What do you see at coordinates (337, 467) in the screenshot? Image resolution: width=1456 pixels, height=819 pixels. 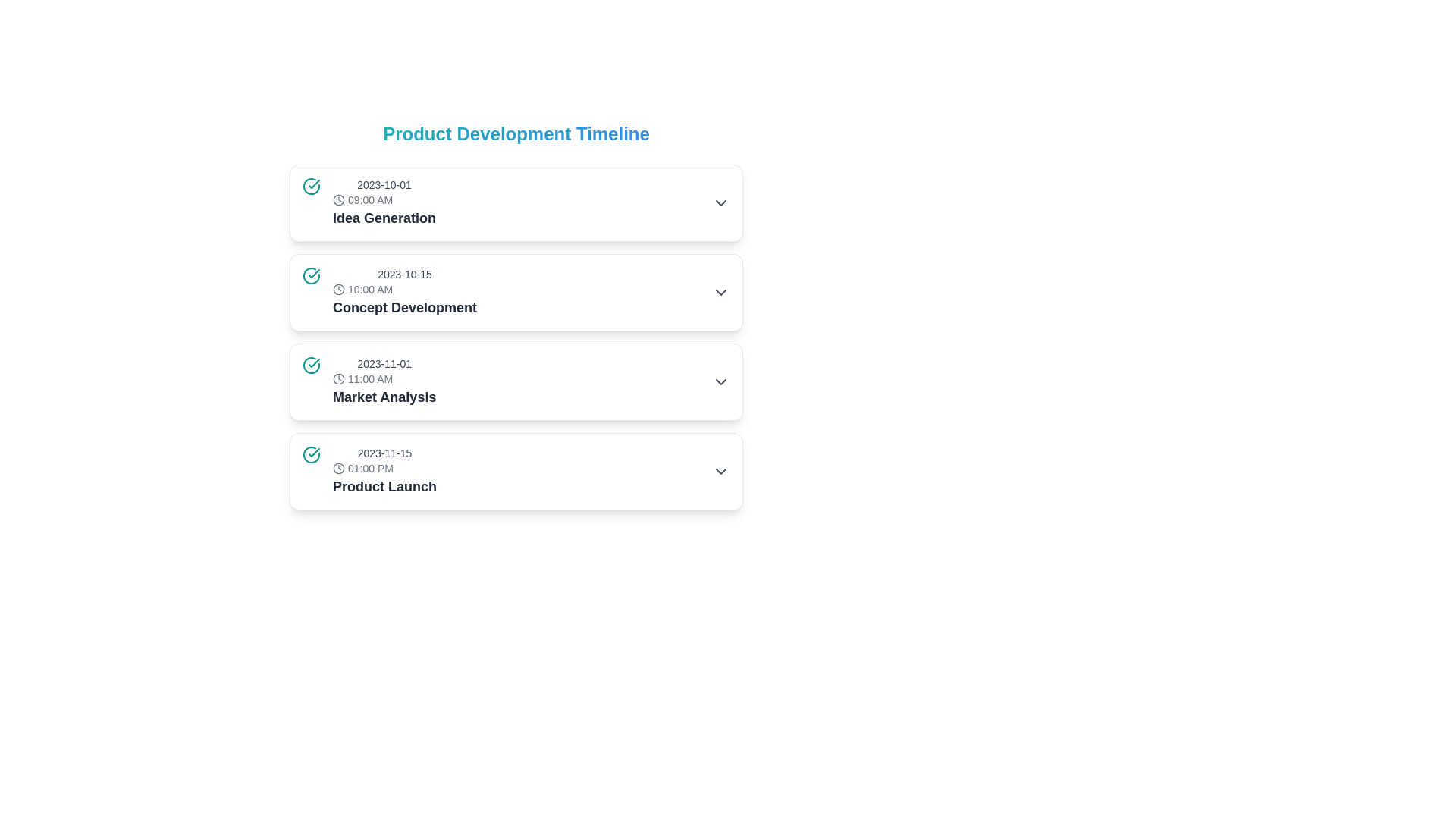 I see `the decorative SVG circle icon located on the far left of the 'Product Launch' row in the timeline interface, next to the date and time text '2023-11-15' and '01:00 PM'` at bounding box center [337, 467].